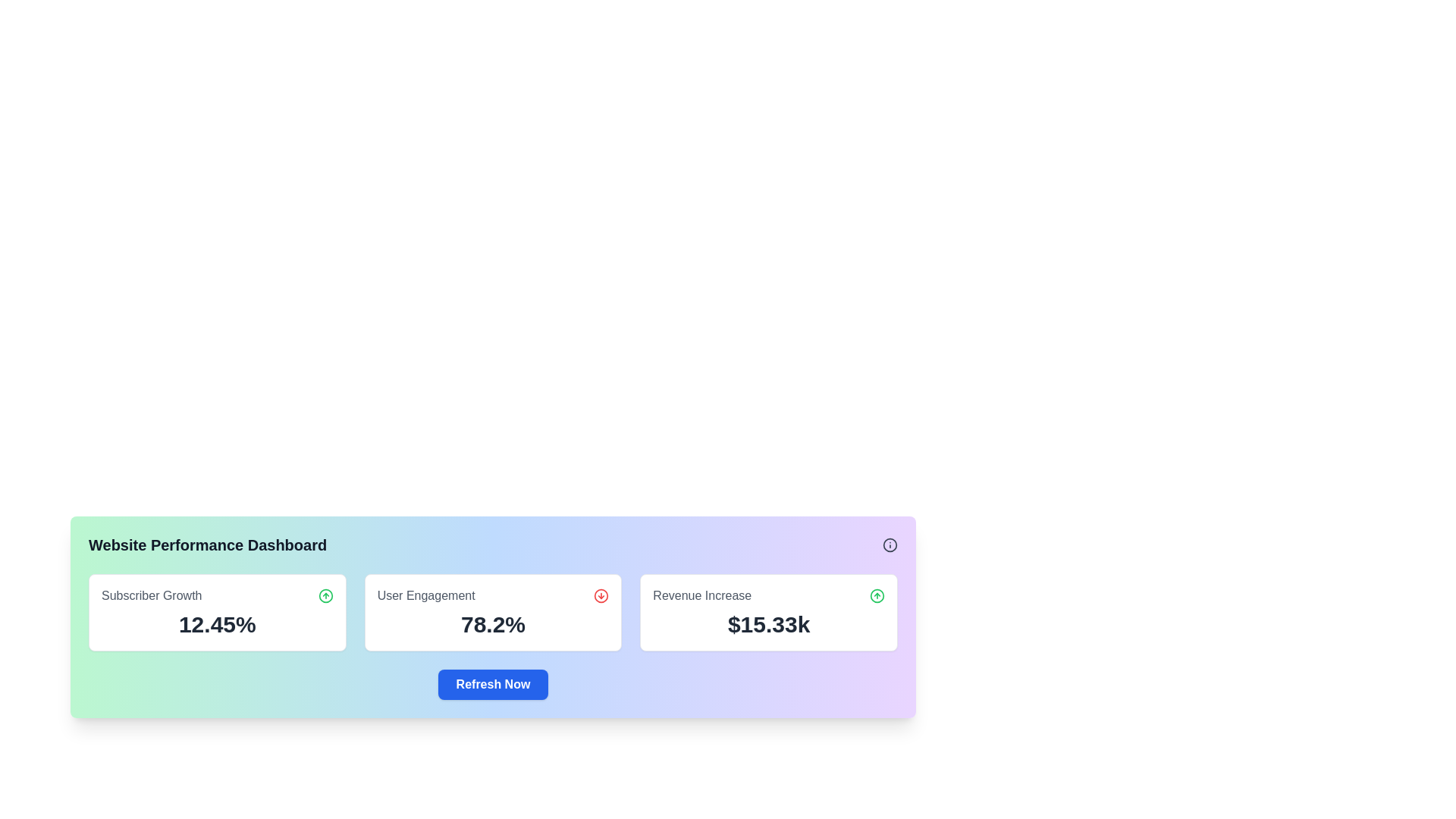 This screenshot has width=1456, height=819. I want to click on the circular SVG icon with a green stroke located in the 'Revenue Increase' section of the dashboard, positioned to the right of the other sections, so click(325, 595).